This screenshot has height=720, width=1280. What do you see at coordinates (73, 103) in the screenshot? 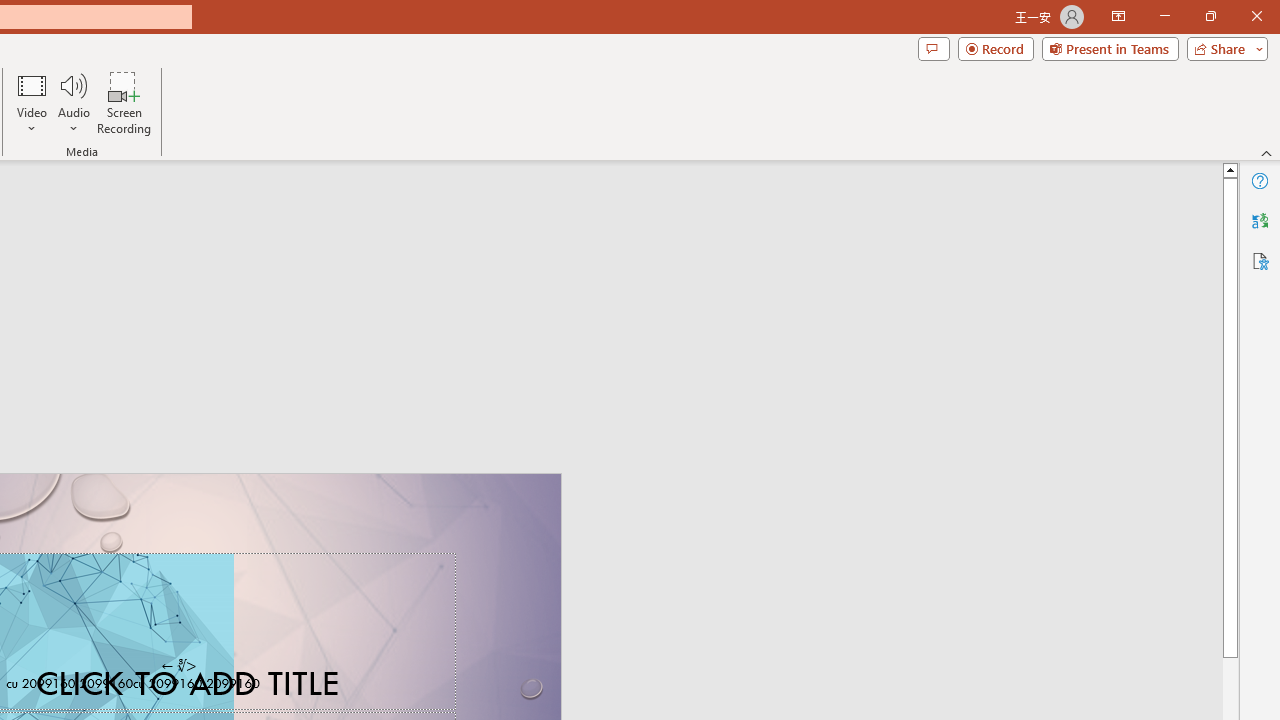
I see `'Audio'` at bounding box center [73, 103].